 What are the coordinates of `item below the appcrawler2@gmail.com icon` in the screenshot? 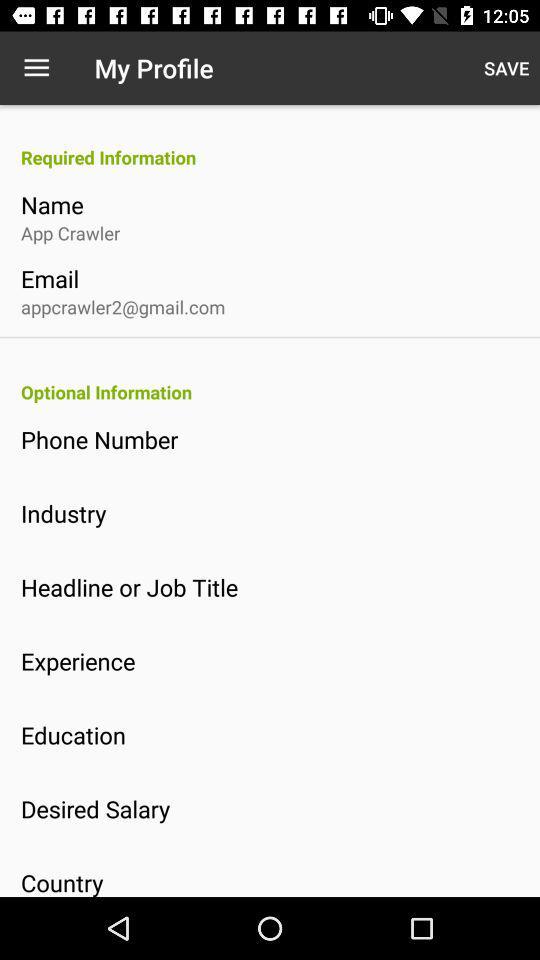 It's located at (279, 391).